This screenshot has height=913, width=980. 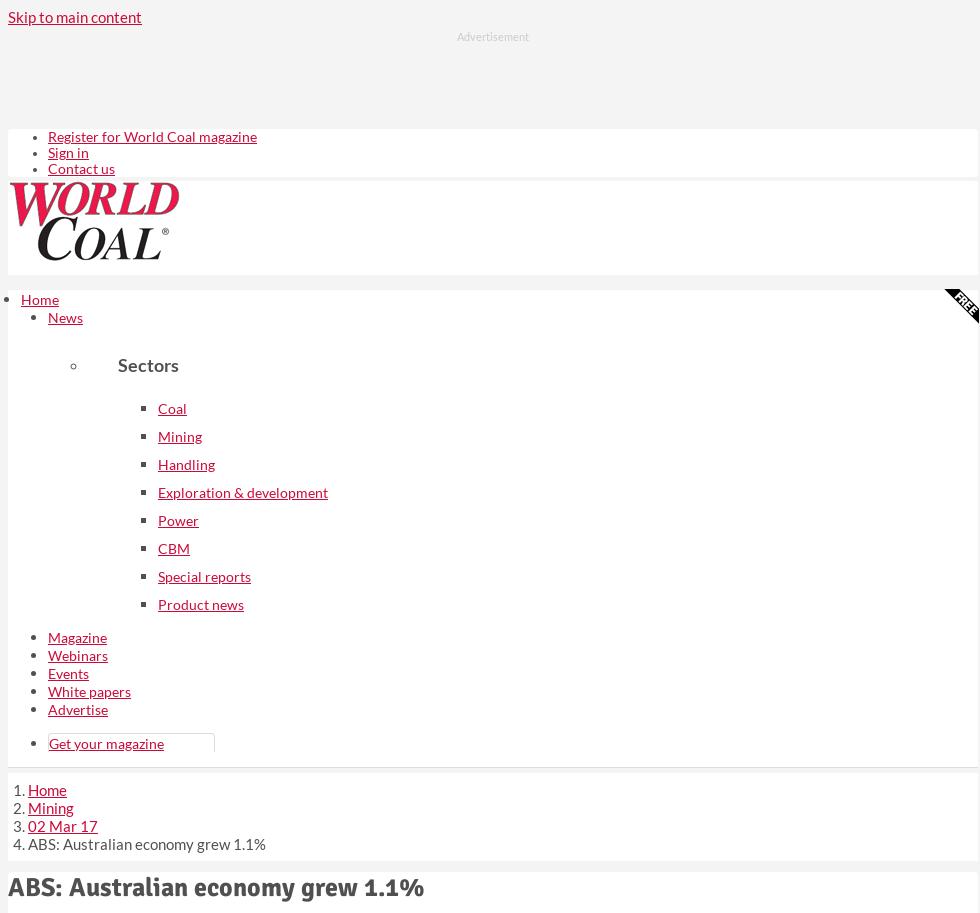 What do you see at coordinates (78, 653) in the screenshot?
I see `'Webinars'` at bounding box center [78, 653].